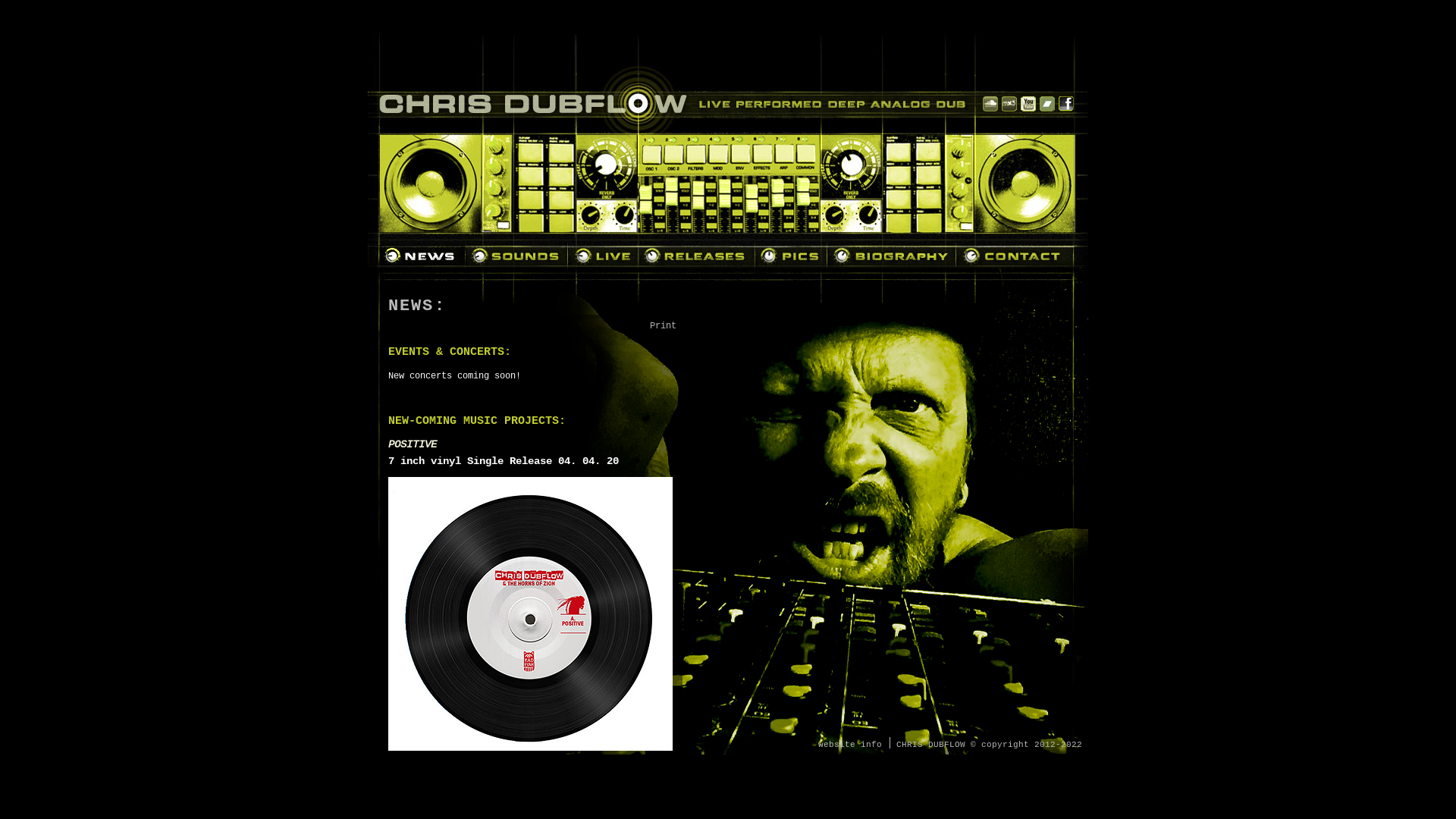  Describe the element at coordinates (1009, 103) in the screenshot. I see `'MX3'` at that location.